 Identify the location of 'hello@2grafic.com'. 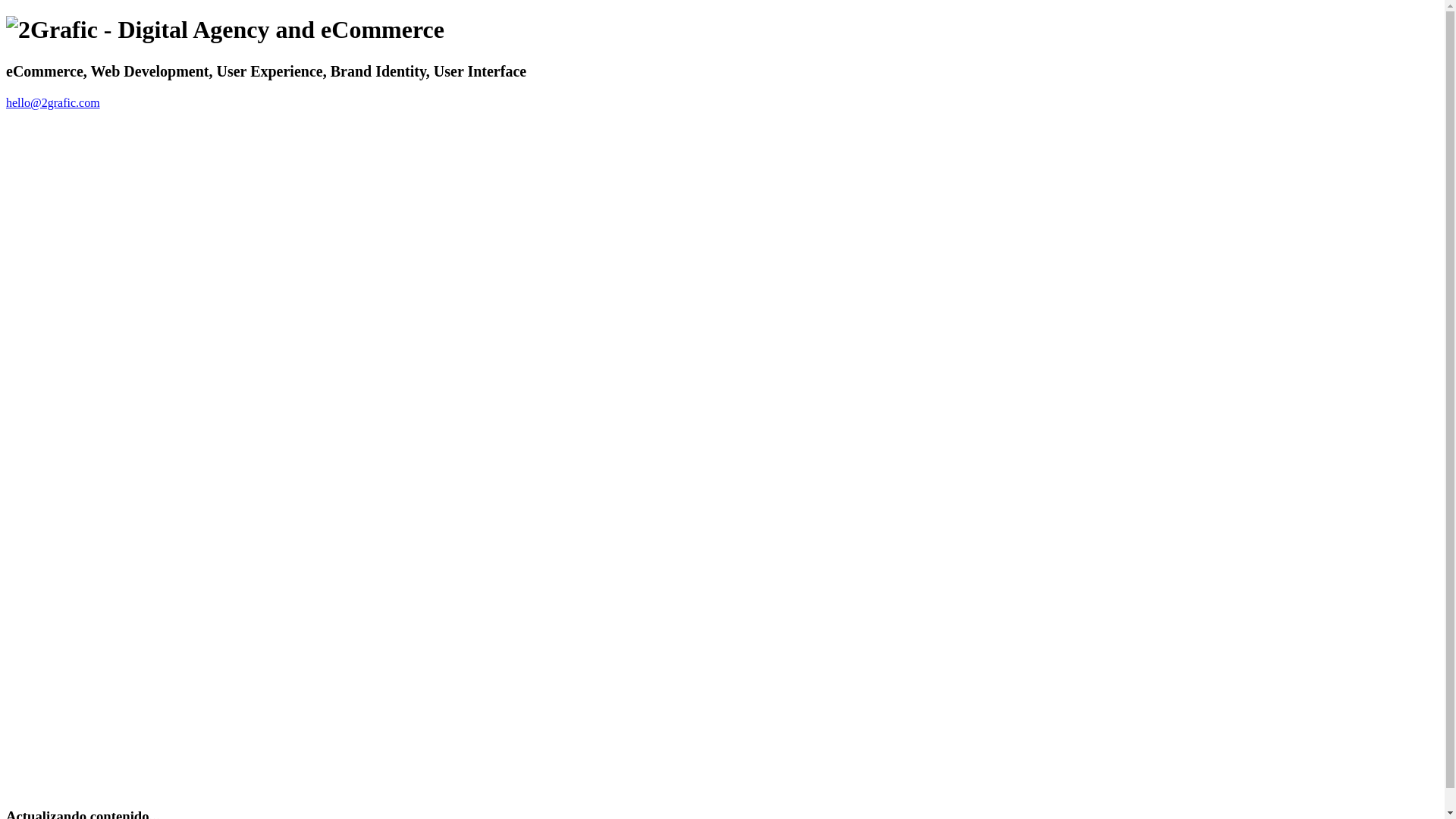
(53, 102).